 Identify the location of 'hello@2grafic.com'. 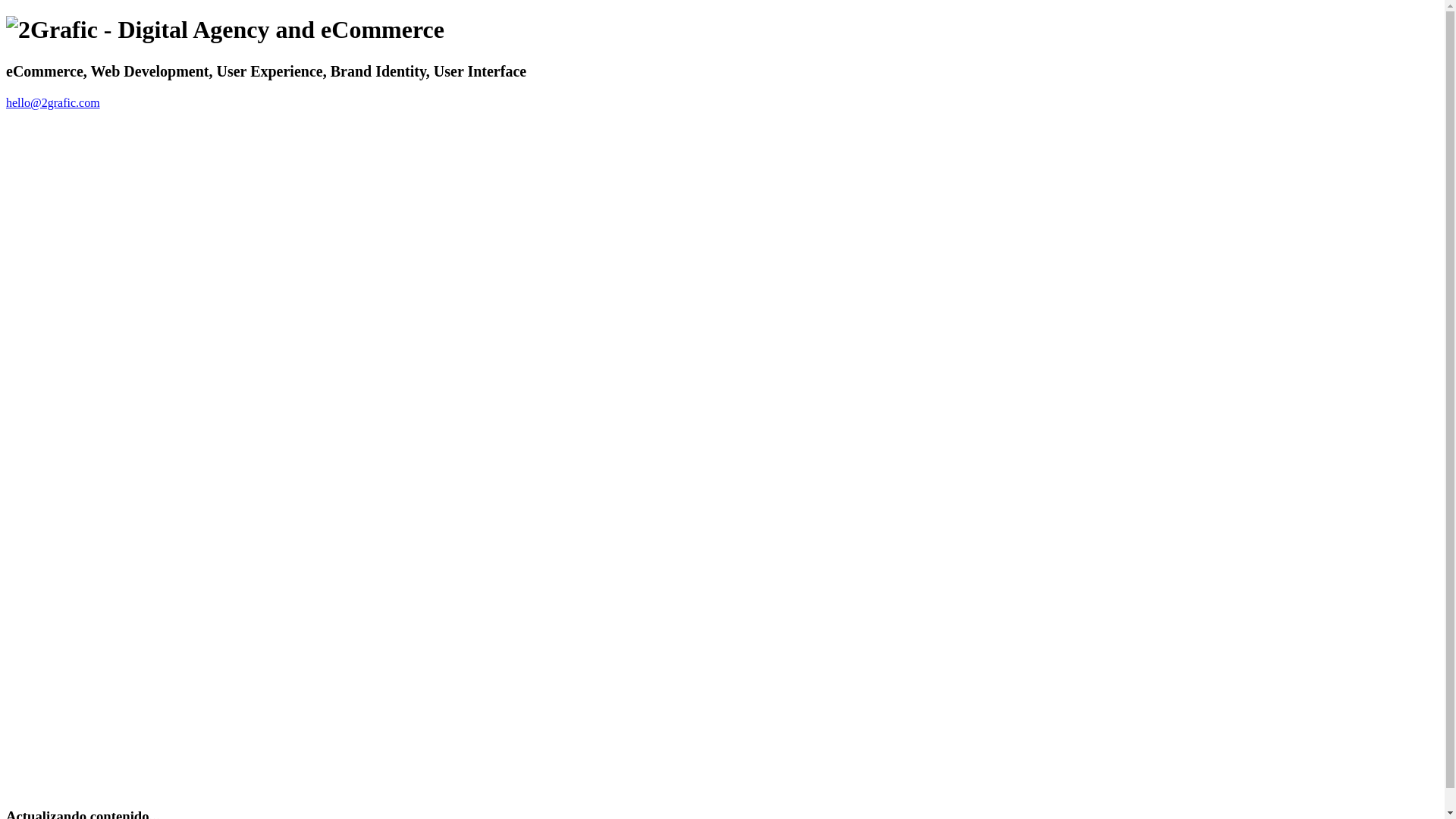
(53, 102).